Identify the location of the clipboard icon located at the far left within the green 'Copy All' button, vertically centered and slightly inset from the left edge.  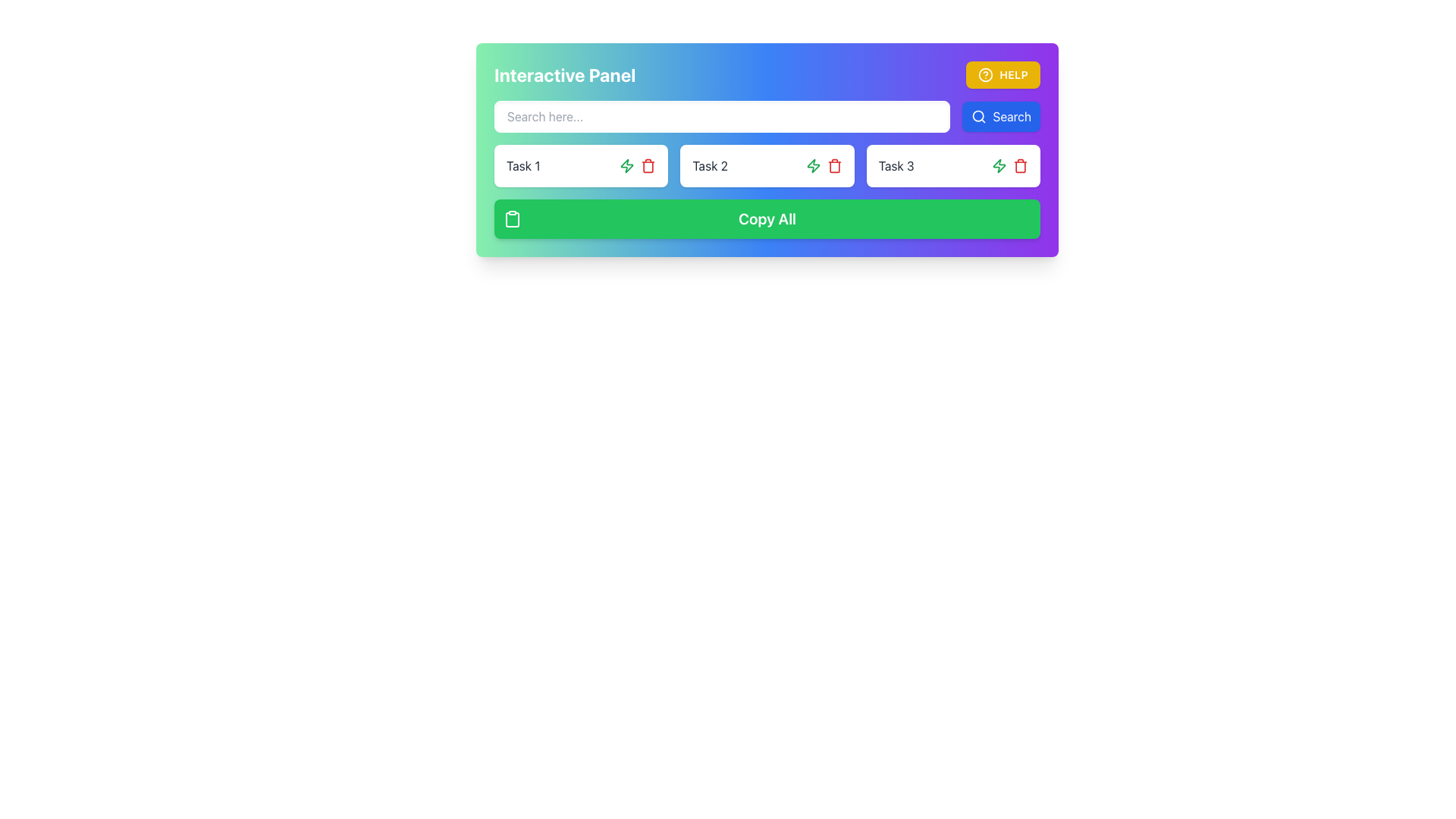
(513, 219).